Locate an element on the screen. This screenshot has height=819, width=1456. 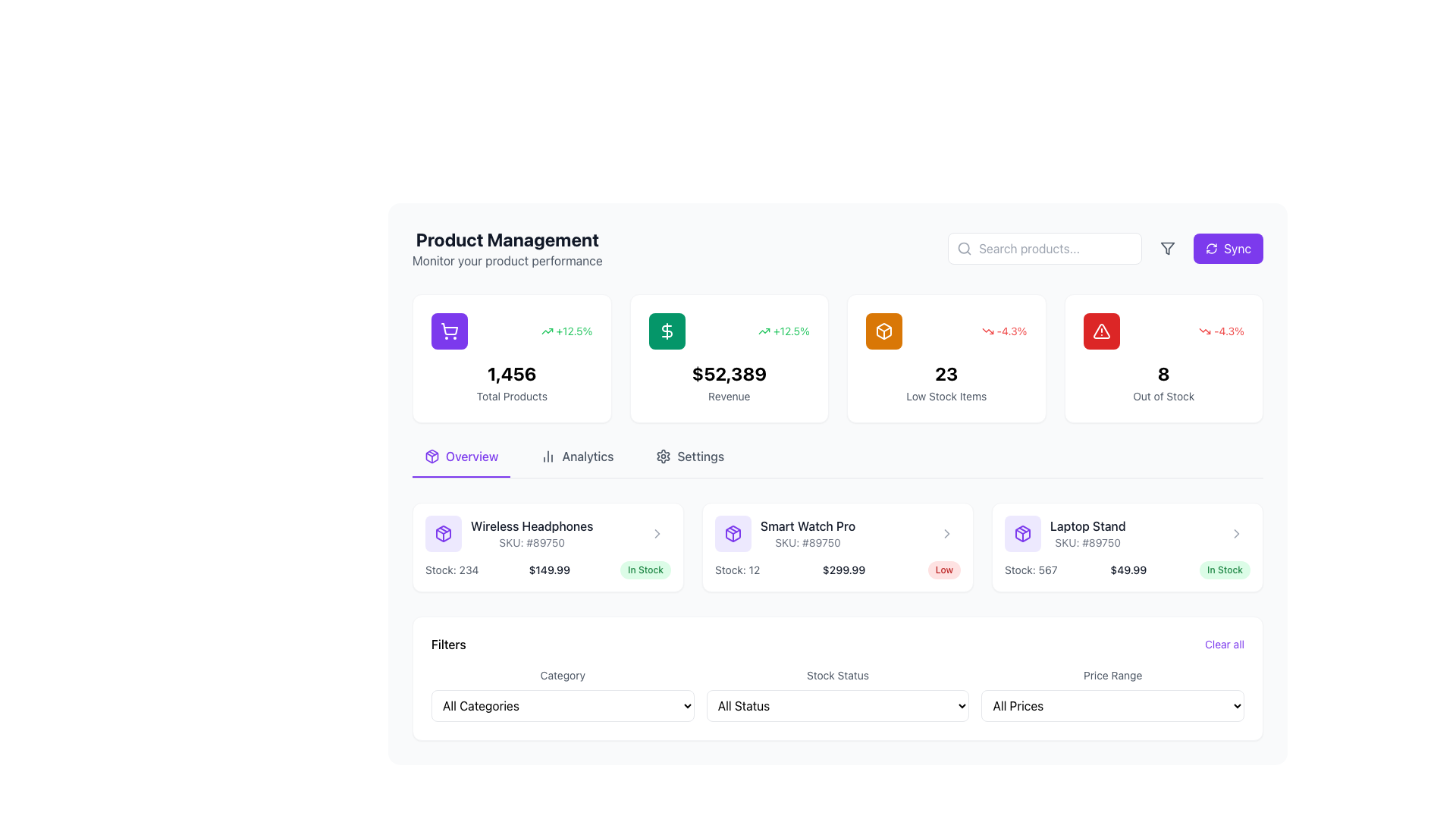
the cogwheel icon button located in the top central part of the interface, which is the fourth tab in the navigation bar is located at coordinates (664, 455).